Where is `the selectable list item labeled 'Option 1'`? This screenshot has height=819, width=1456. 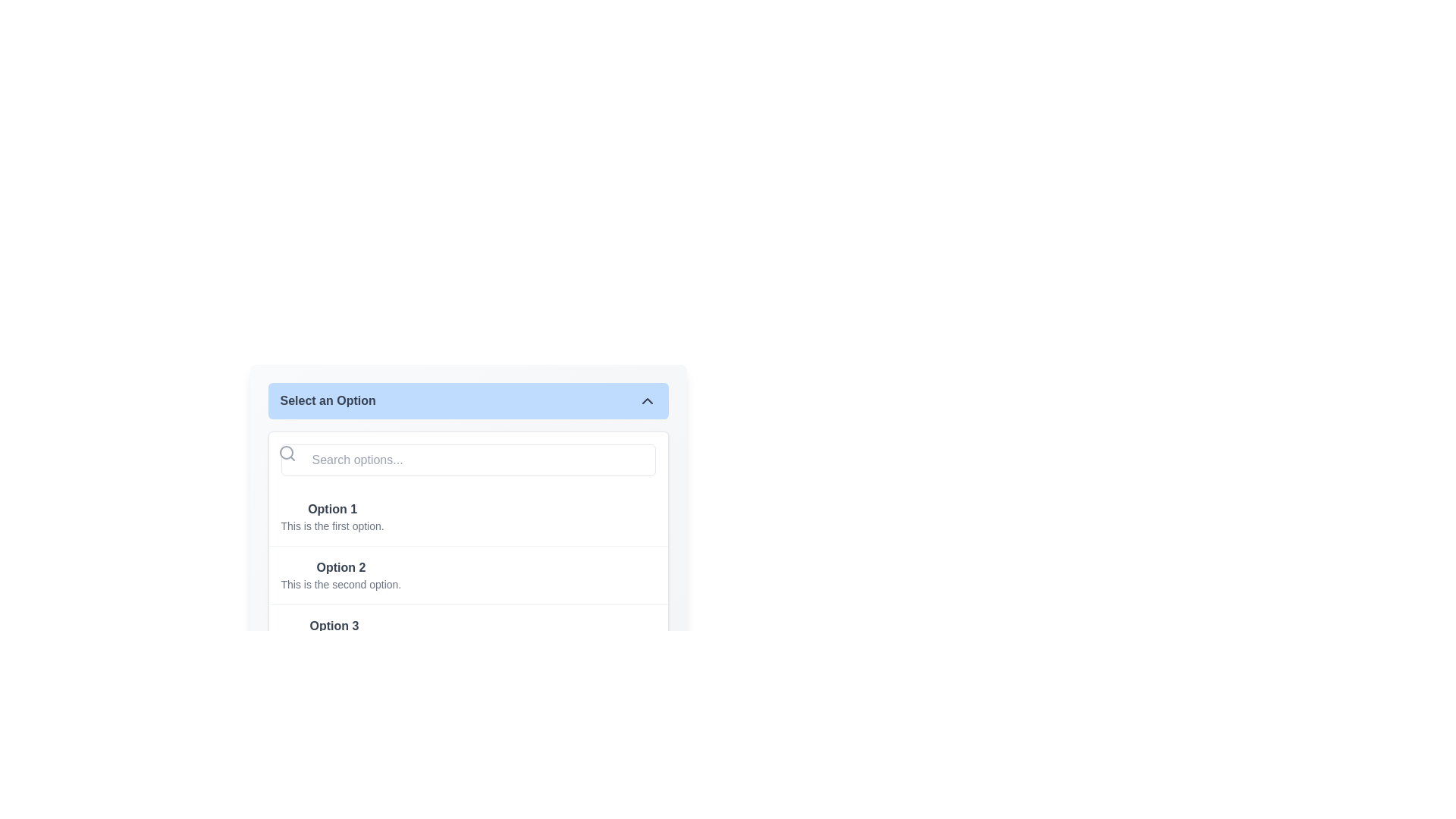 the selectable list item labeled 'Option 1' is located at coordinates (467, 516).